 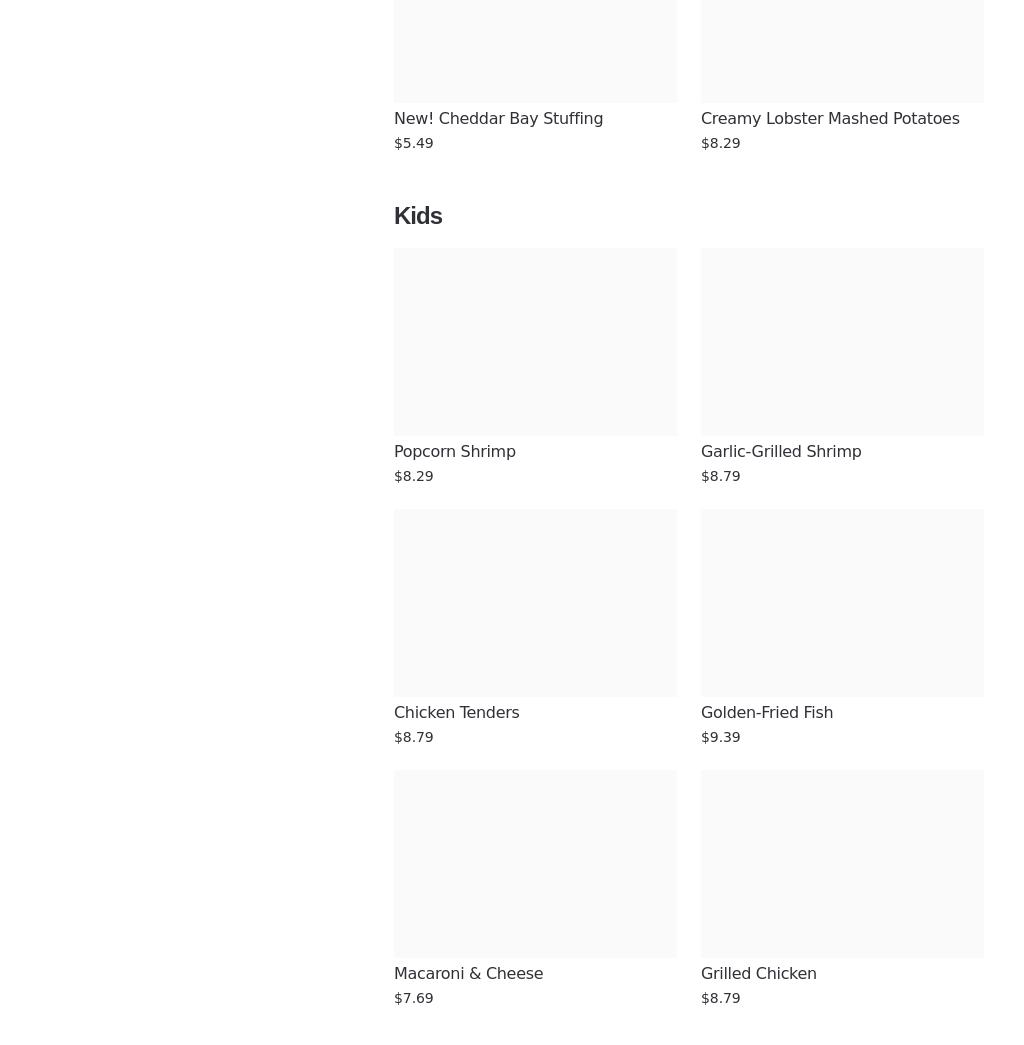 I want to click on 'Macaroni & Cheese', so click(x=393, y=972).